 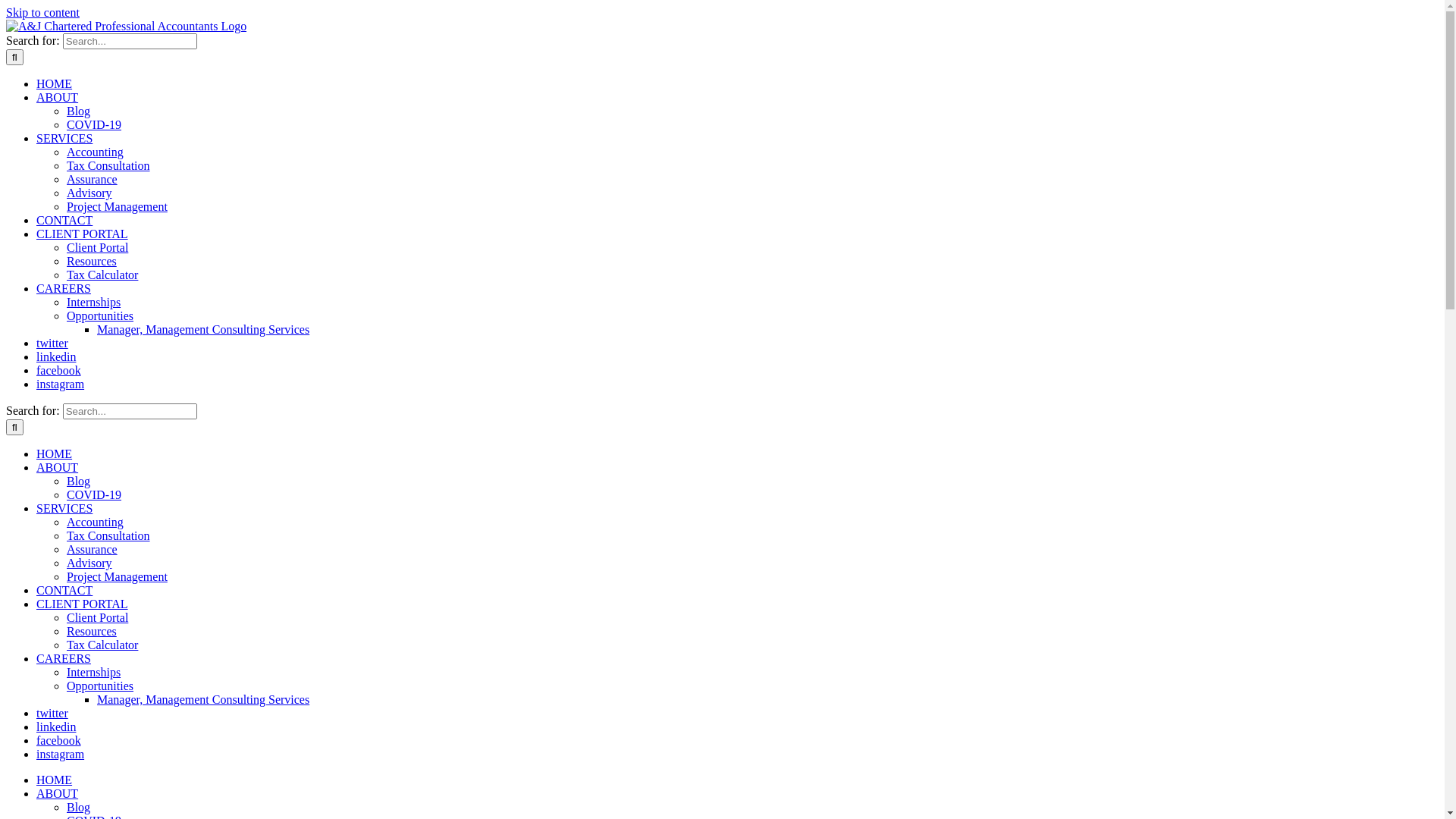 I want to click on 'instagram', so click(x=60, y=754).